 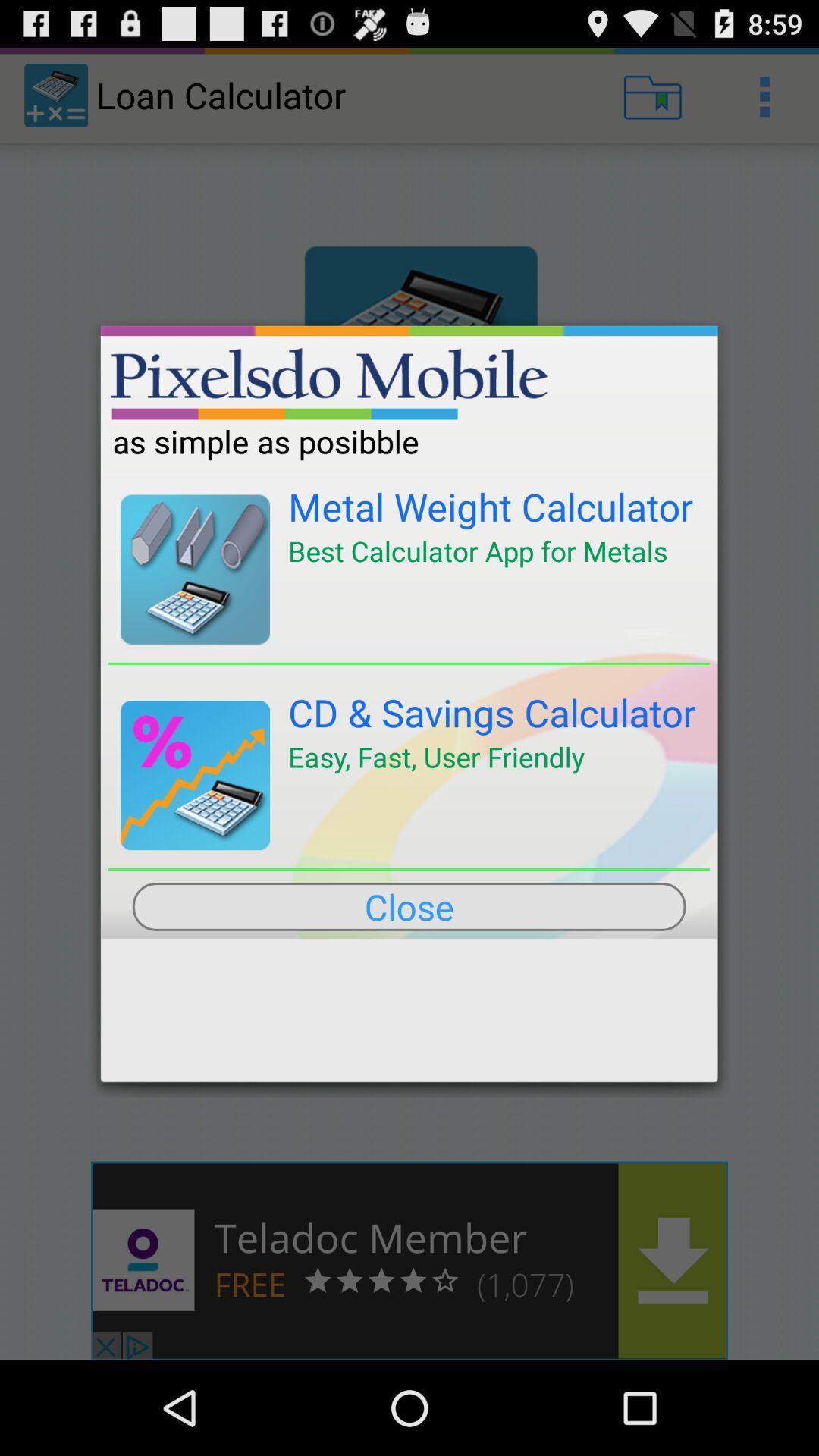 I want to click on item above the best calculator app item, so click(x=491, y=507).